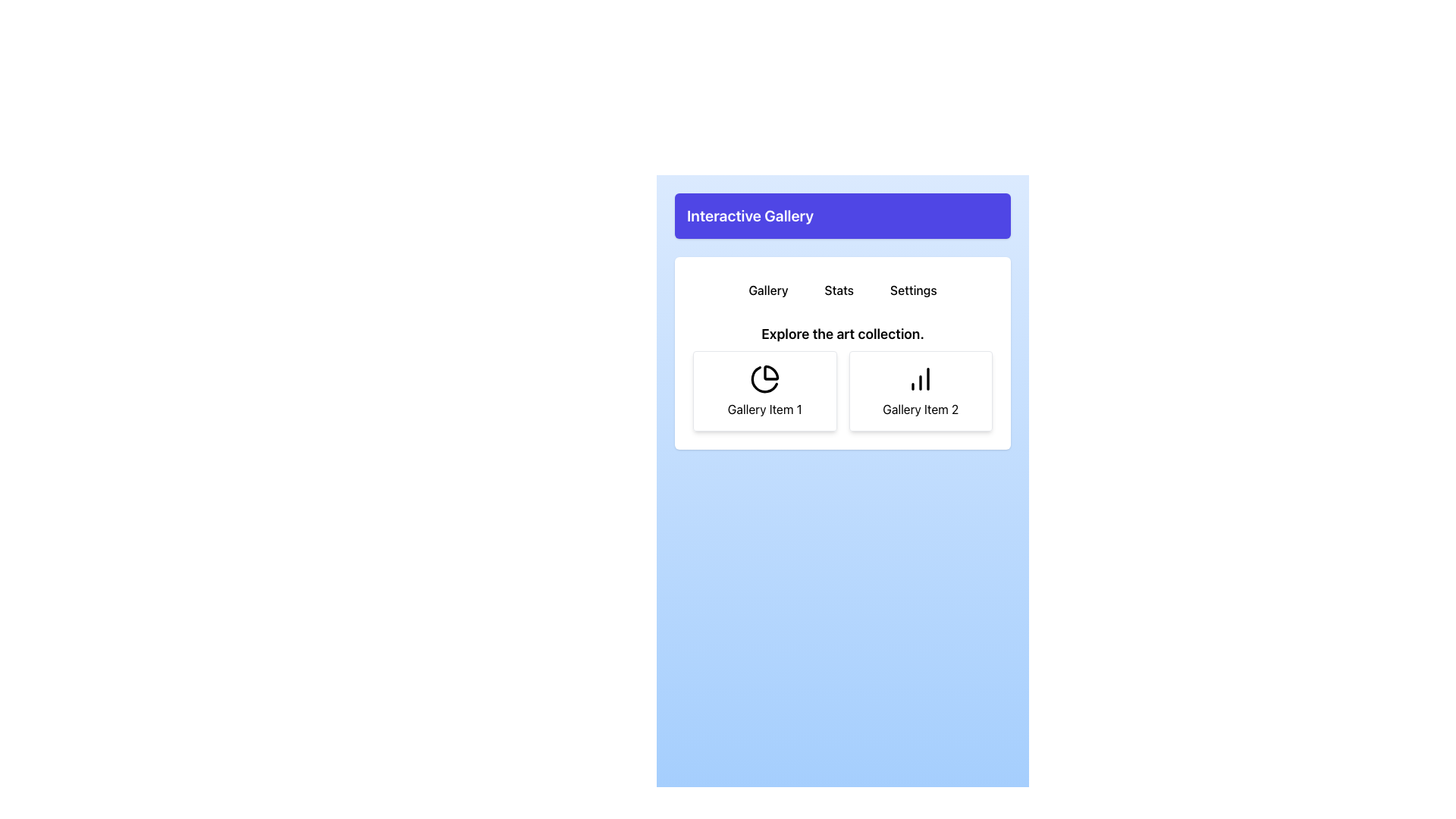 Image resolution: width=1456 pixels, height=819 pixels. What do you see at coordinates (912, 290) in the screenshot?
I see `the 'Settings' button, which is the third button in a horizontal row located below the 'Interactive Gallery' header, to trigger visual feedback` at bounding box center [912, 290].